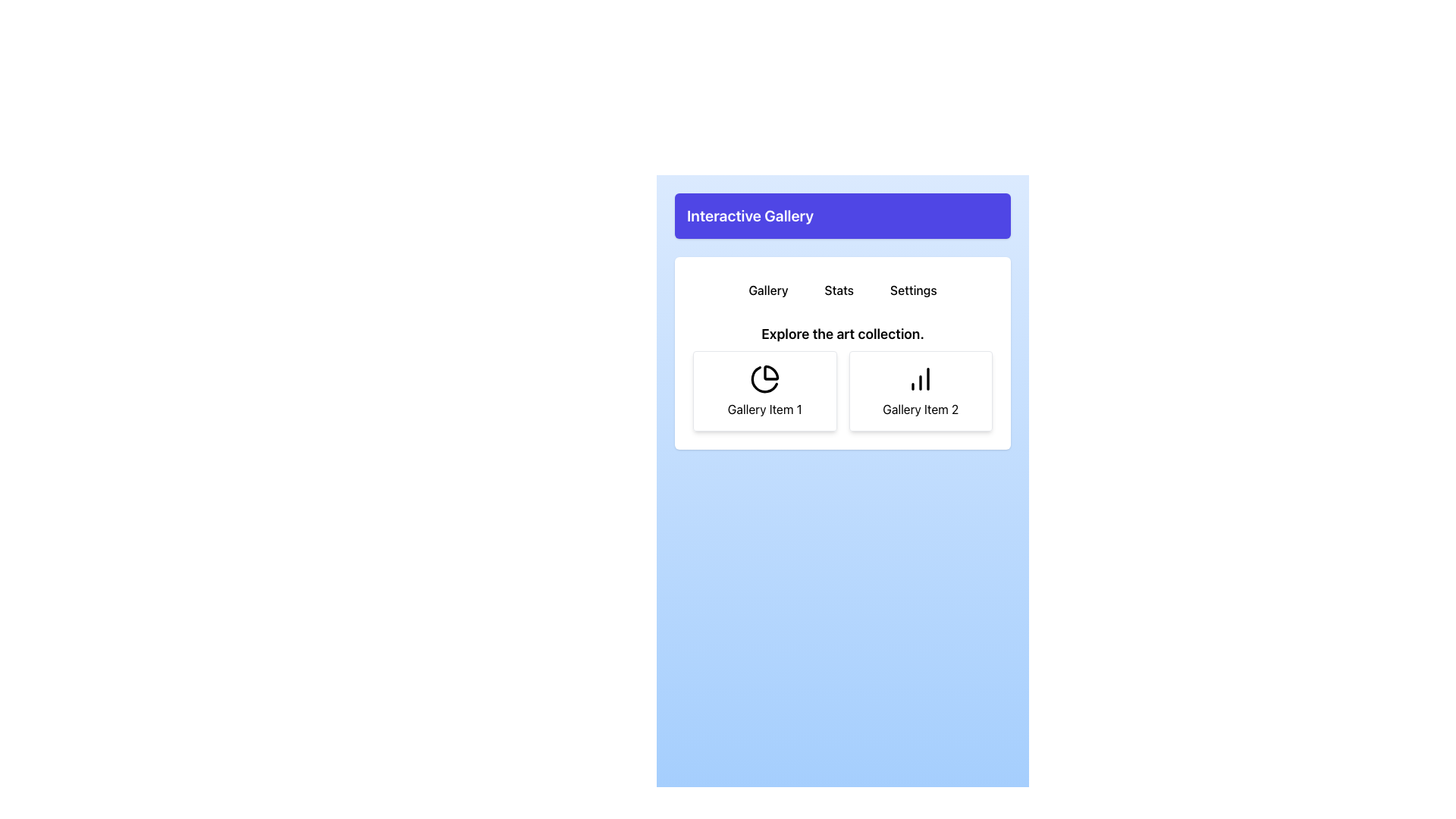 Image resolution: width=1456 pixels, height=819 pixels. What do you see at coordinates (912, 290) in the screenshot?
I see `the 'Settings' button, which is the third button in a horizontal row located below the 'Interactive Gallery' header, to trigger visual feedback` at bounding box center [912, 290].